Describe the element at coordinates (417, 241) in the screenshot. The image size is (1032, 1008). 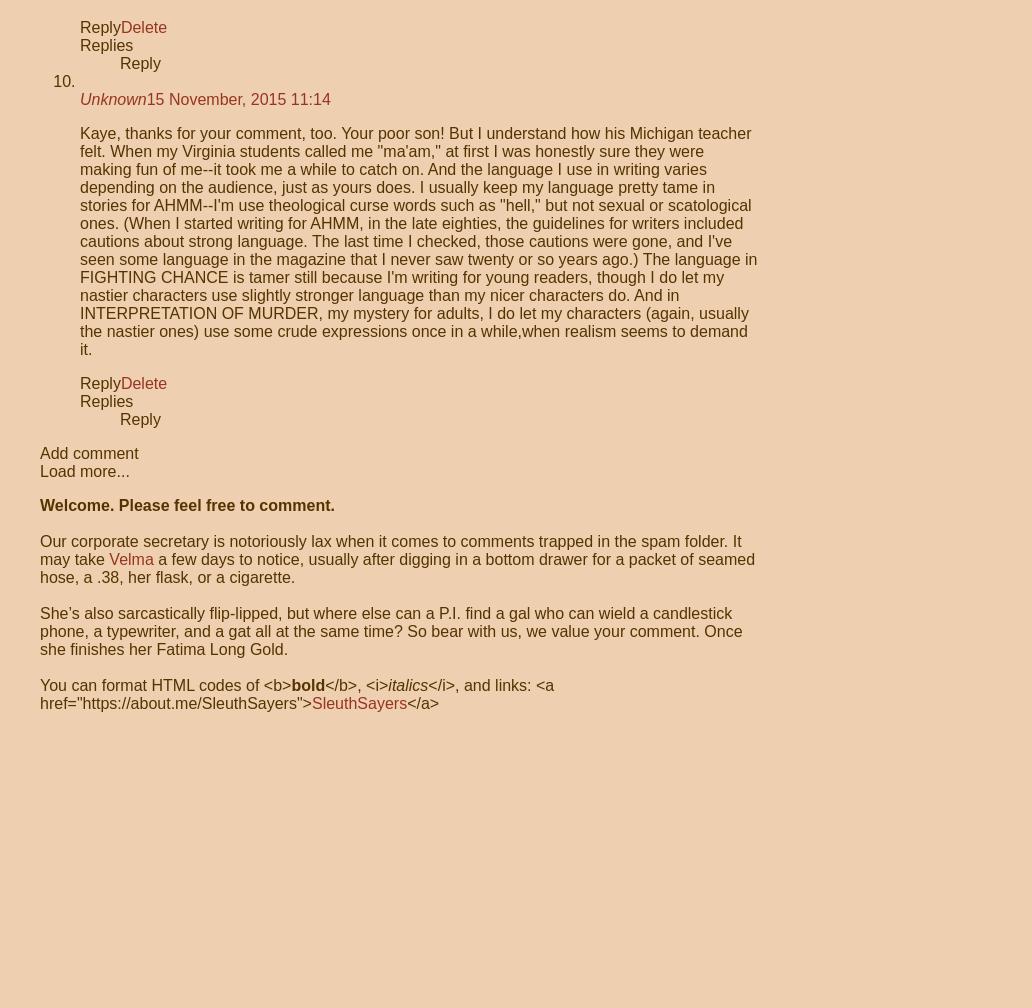
I see `'Kaye, thanks for your comment, too. Your poor son! But I understand how his Michigan teacher felt. When my Virginia students called me "ma'am," at first I was honestly sure they were making fun of me--it took me a while to catch on. And the language I use in writing varies depending on the audience, just as yours does. I usually keep my language pretty tame in stories for AHMM--I'm use theological curse words such as "hell," but not sexual or scatological ones. (When I started writing for AHMM, in the late eighties, the guidelines for writers included cautions about strong language. The last time I checked, those cautions were gone, and I've seen some language in the magazine that I never saw twenty or so years ago.) The language in FIGHTING CHANCE is tamer still because I'm writing for young readers, though I do let my nastier characters use slightly stronger language than my nicer characters do. And in INTERPRETATION OF MURDER, my mystery for adults, I do let my characters (again, usually the nastier ones) use some crude expressions once in a while,when realism seems to demand it.'` at that location.